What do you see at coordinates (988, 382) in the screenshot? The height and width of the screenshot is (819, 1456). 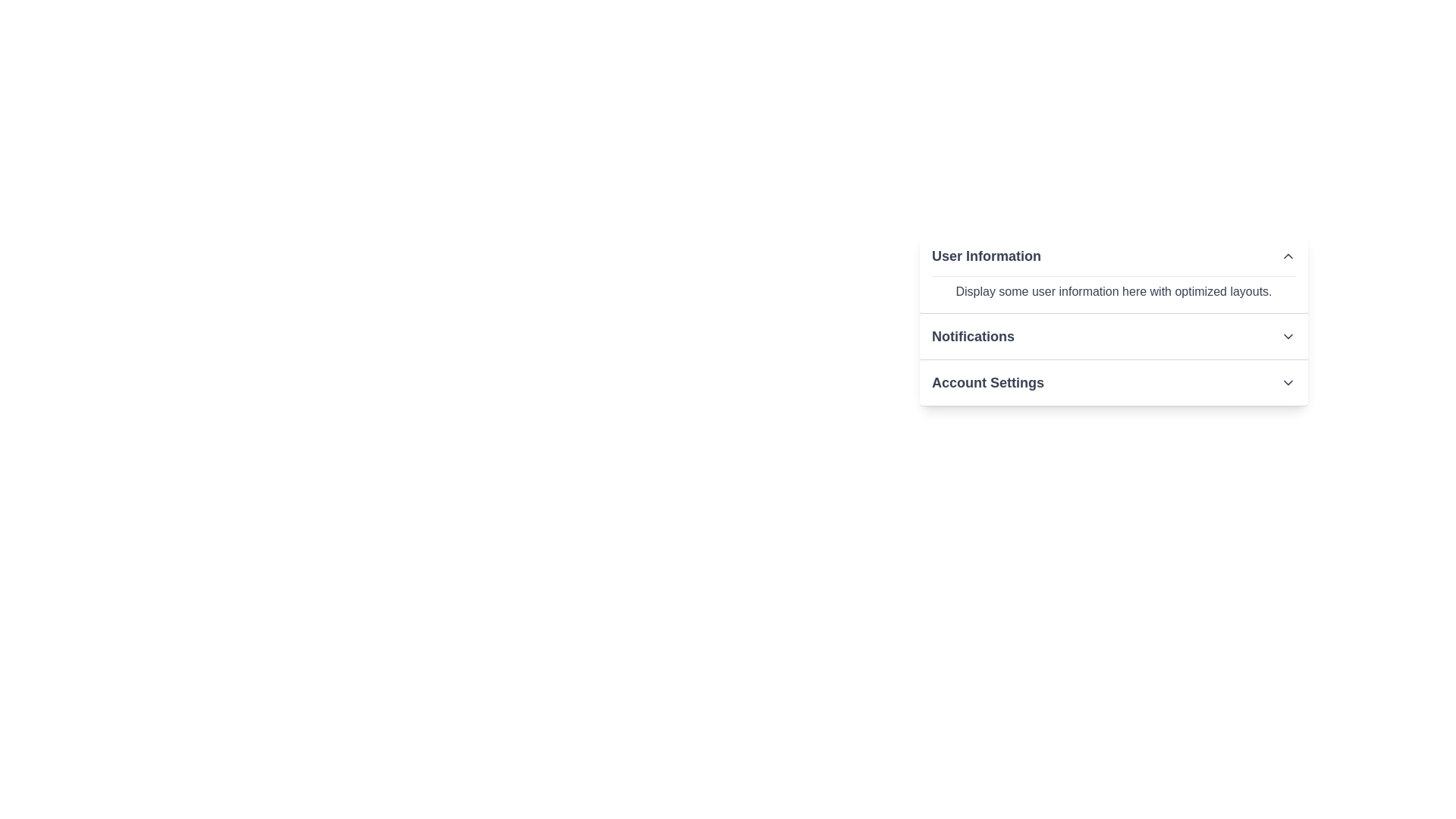 I see `the 'Account Settings' text label, which is a prominent heading in bold dark gray located near the bottom of the list of sections, directly below the 'Notifications' section` at bounding box center [988, 382].